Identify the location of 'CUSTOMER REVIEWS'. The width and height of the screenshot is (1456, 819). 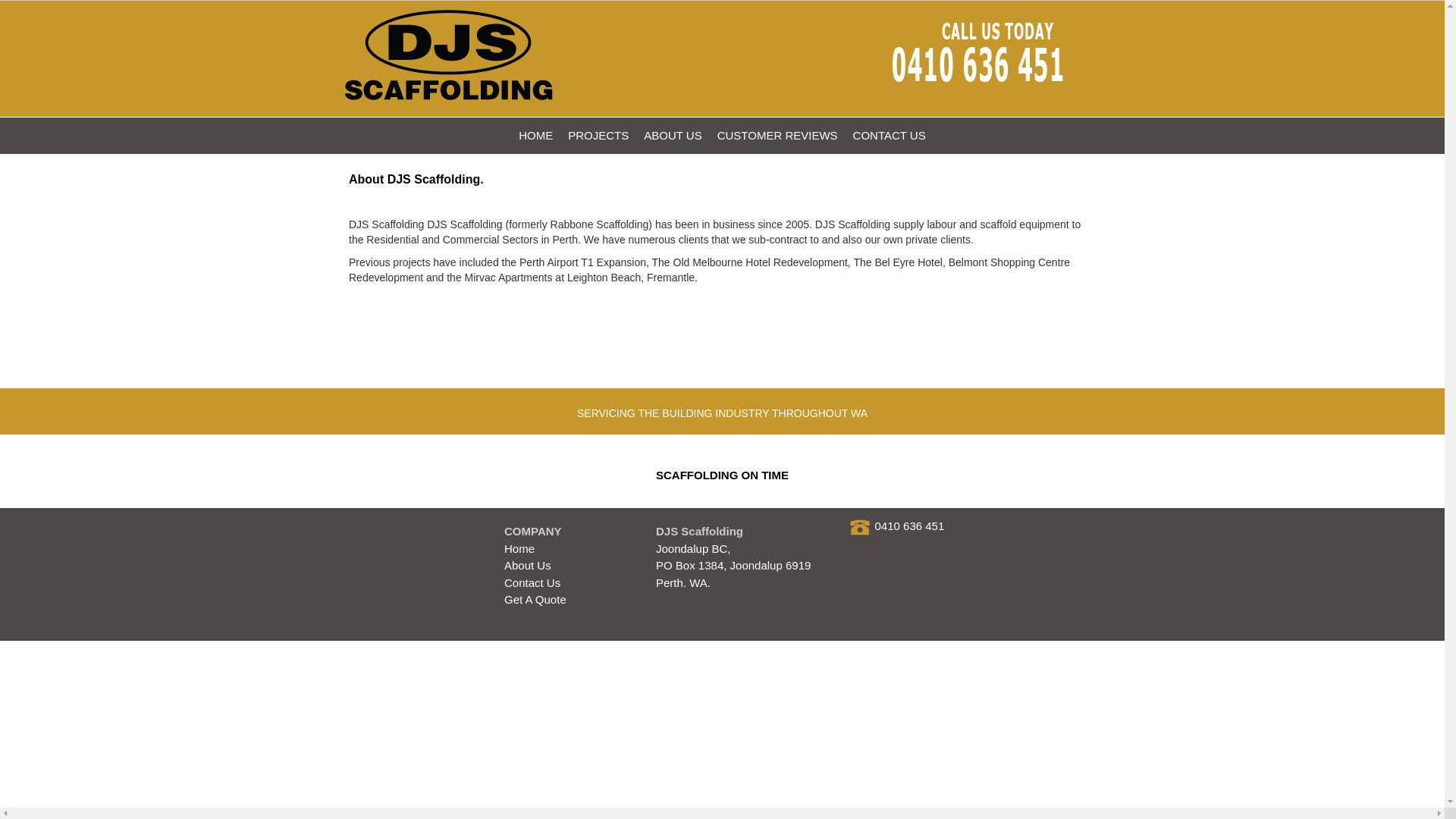
(777, 134).